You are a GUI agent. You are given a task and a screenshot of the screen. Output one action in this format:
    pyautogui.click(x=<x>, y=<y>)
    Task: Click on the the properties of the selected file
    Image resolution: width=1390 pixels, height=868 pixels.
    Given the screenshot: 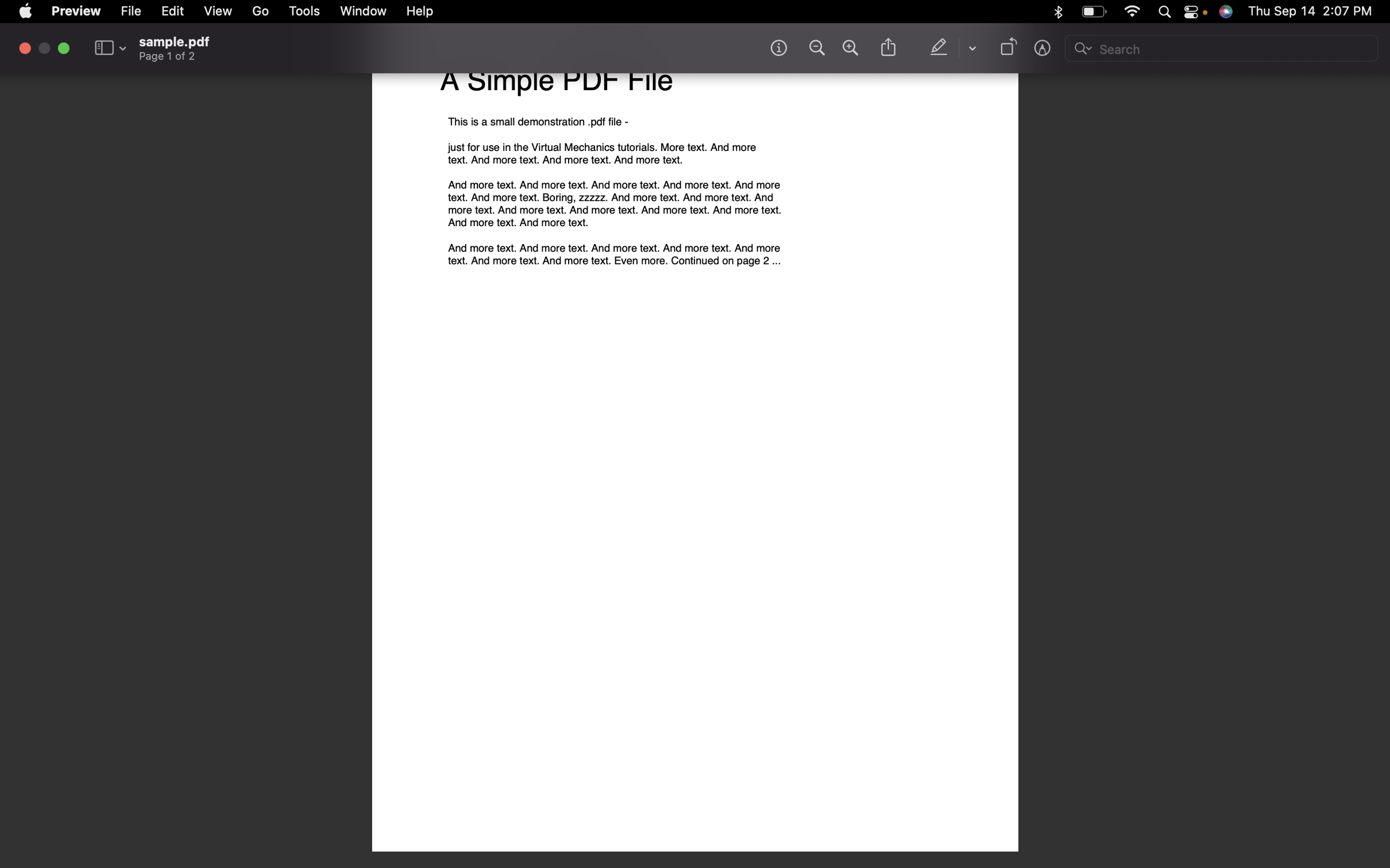 What is the action you would take?
    pyautogui.click(x=132, y=10)
    